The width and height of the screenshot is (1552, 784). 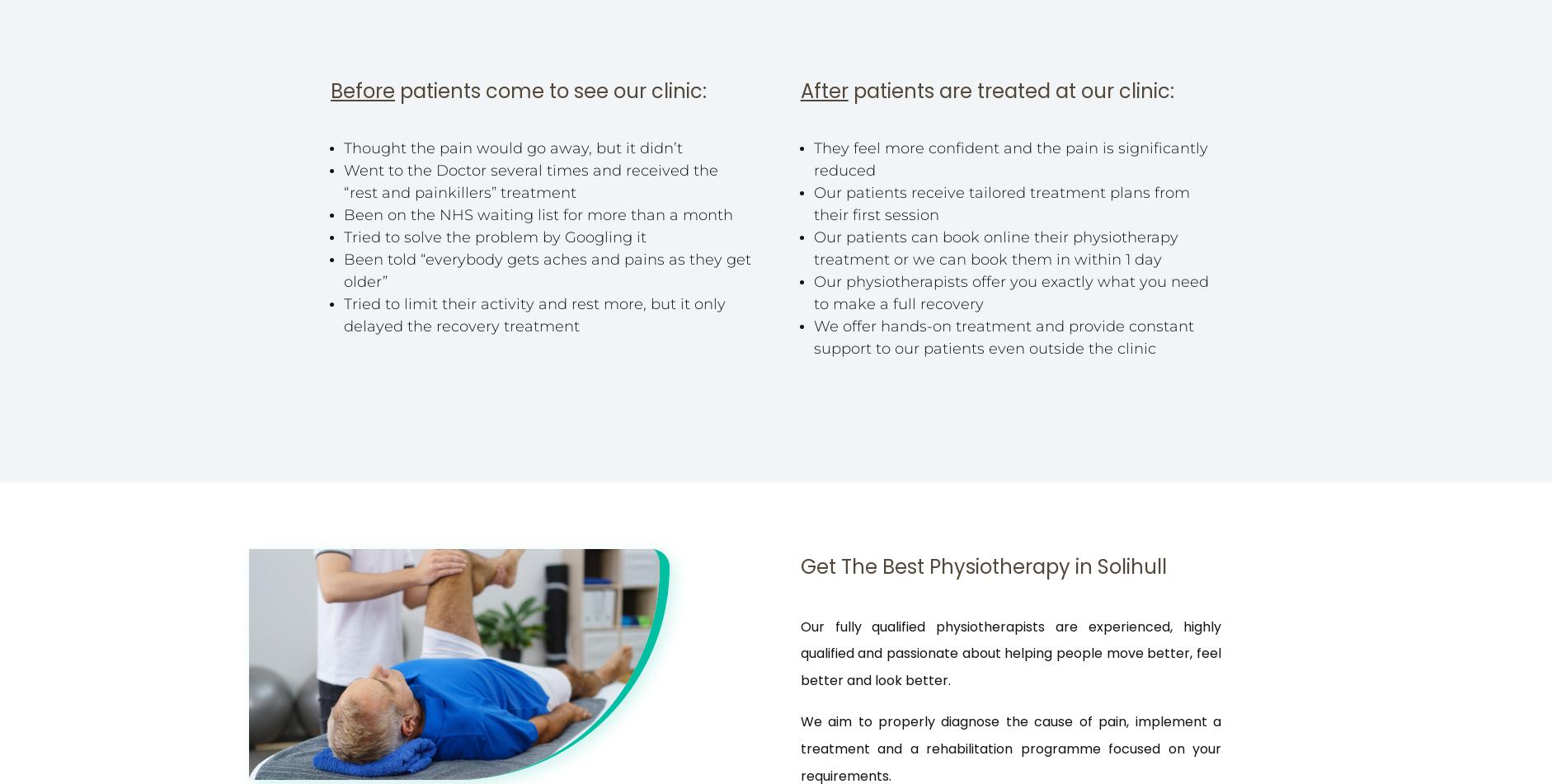 What do you see at coordinates (552, 91) in the screenshot?
I see `'patients come to see our clinic:'` at bounding box center [552, 91].